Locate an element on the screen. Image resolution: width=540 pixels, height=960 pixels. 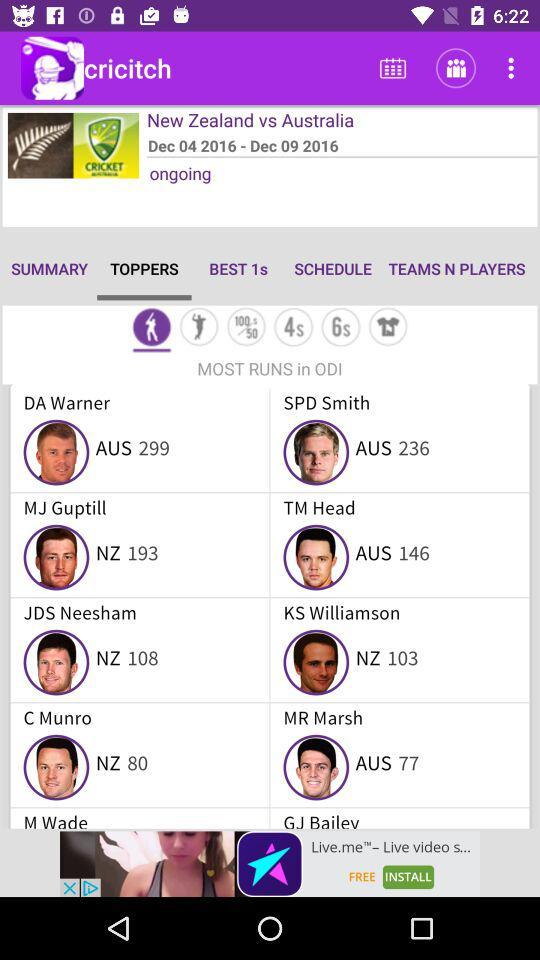
menu button is located at coordinates (292, 329).